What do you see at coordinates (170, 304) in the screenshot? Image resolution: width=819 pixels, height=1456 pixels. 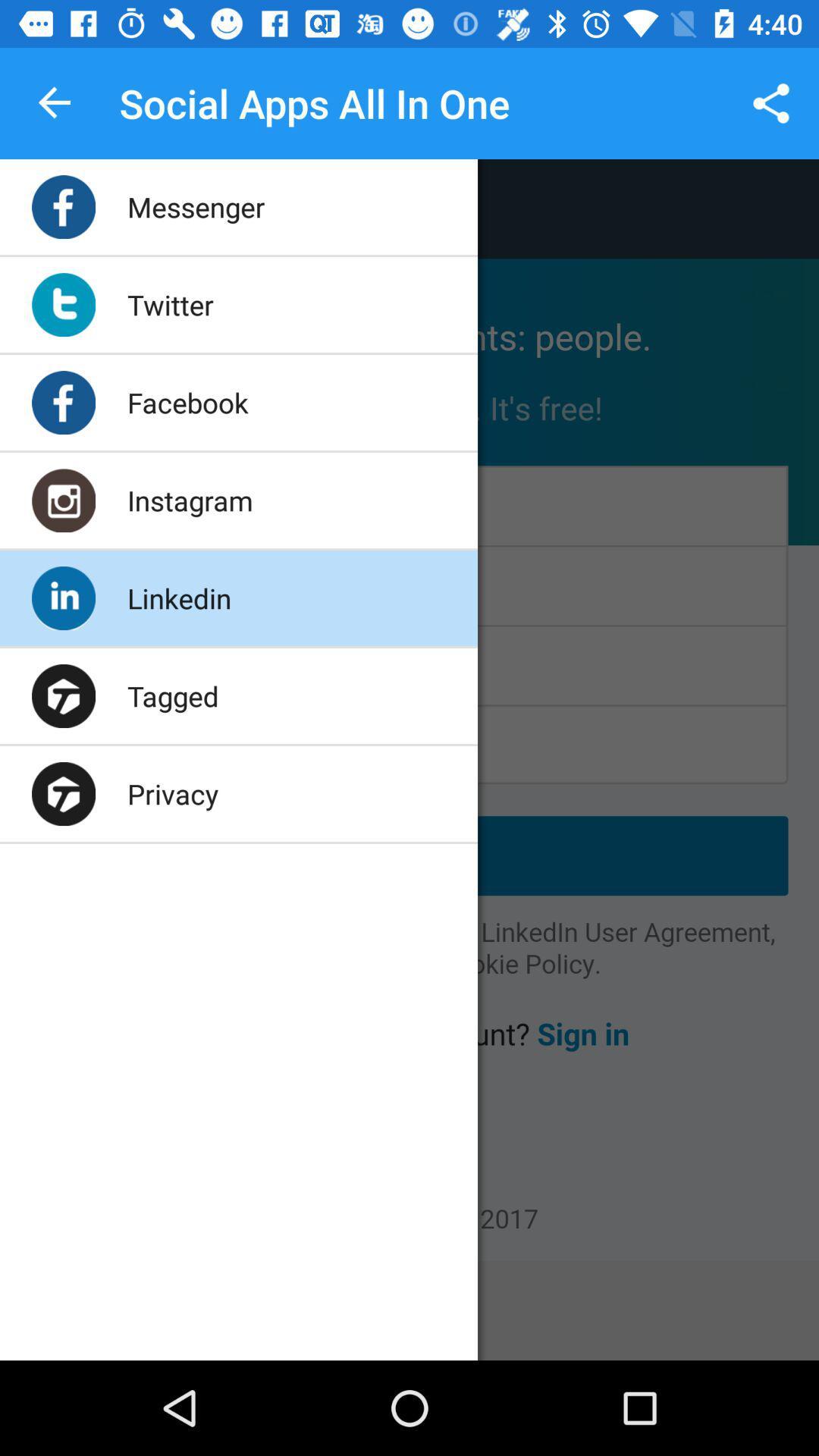 I see `icon below messenger app` at bounding box center [170, 304].